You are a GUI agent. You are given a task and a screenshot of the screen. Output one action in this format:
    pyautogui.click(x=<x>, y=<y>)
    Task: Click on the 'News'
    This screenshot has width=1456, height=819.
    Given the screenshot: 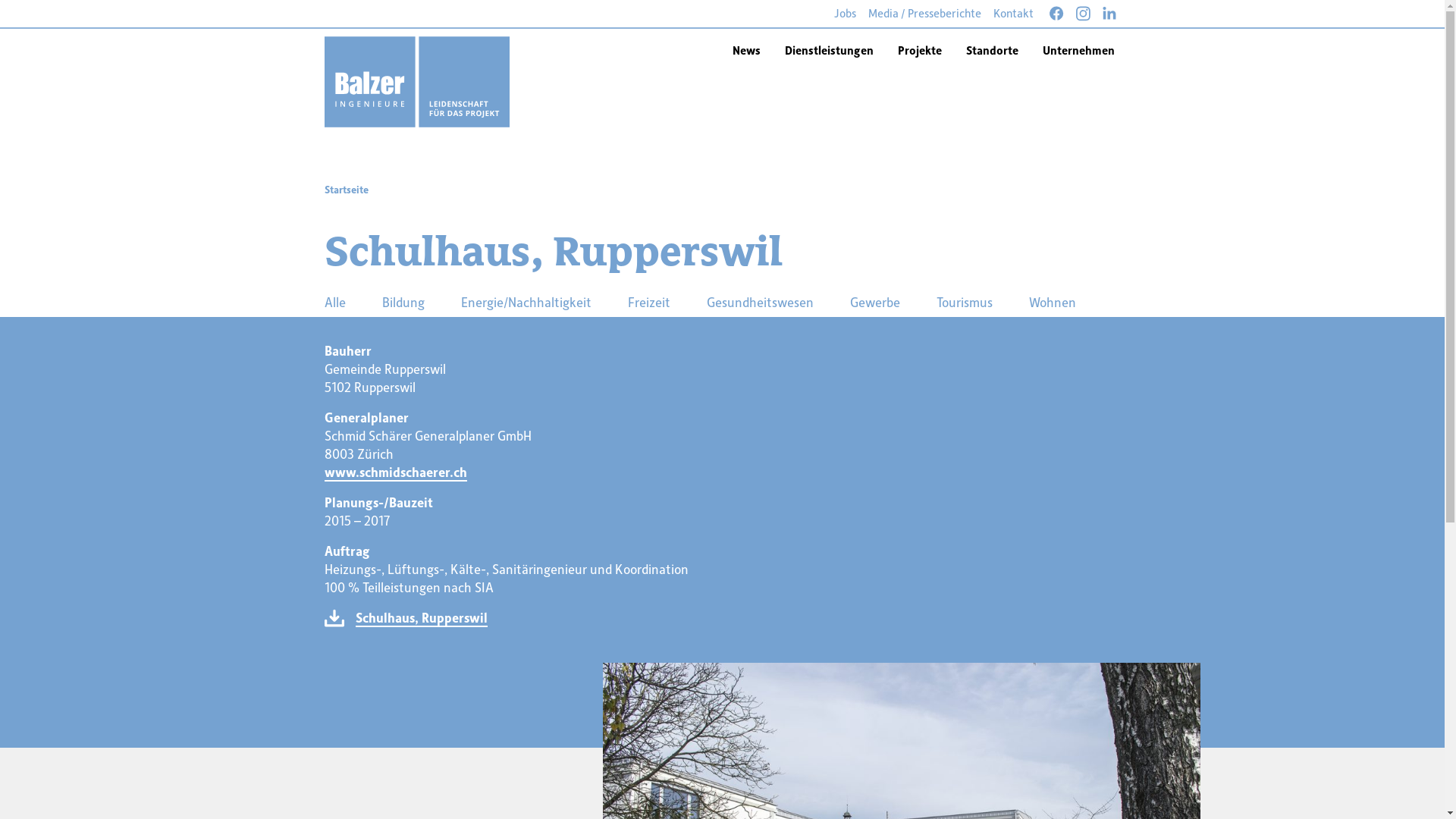 What is the action you would take?
    pyautogui.click(x=746, y=48)
    